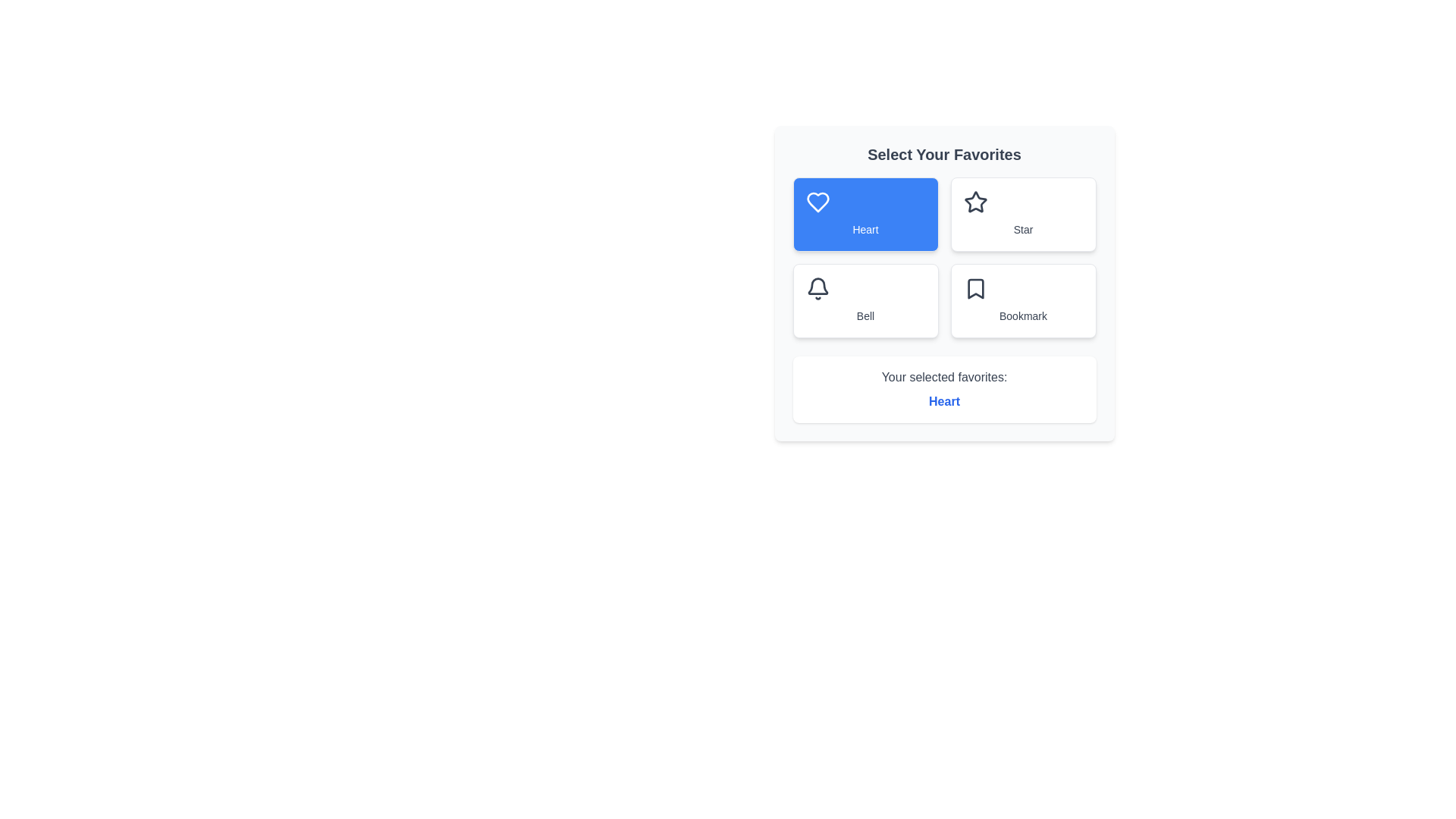 This screenshot has width=1456, height=819. What do you see at coordinates (1023, 214) in the screenshot?
I see `the favorite icon Star` at bounding box center [1023, 214].